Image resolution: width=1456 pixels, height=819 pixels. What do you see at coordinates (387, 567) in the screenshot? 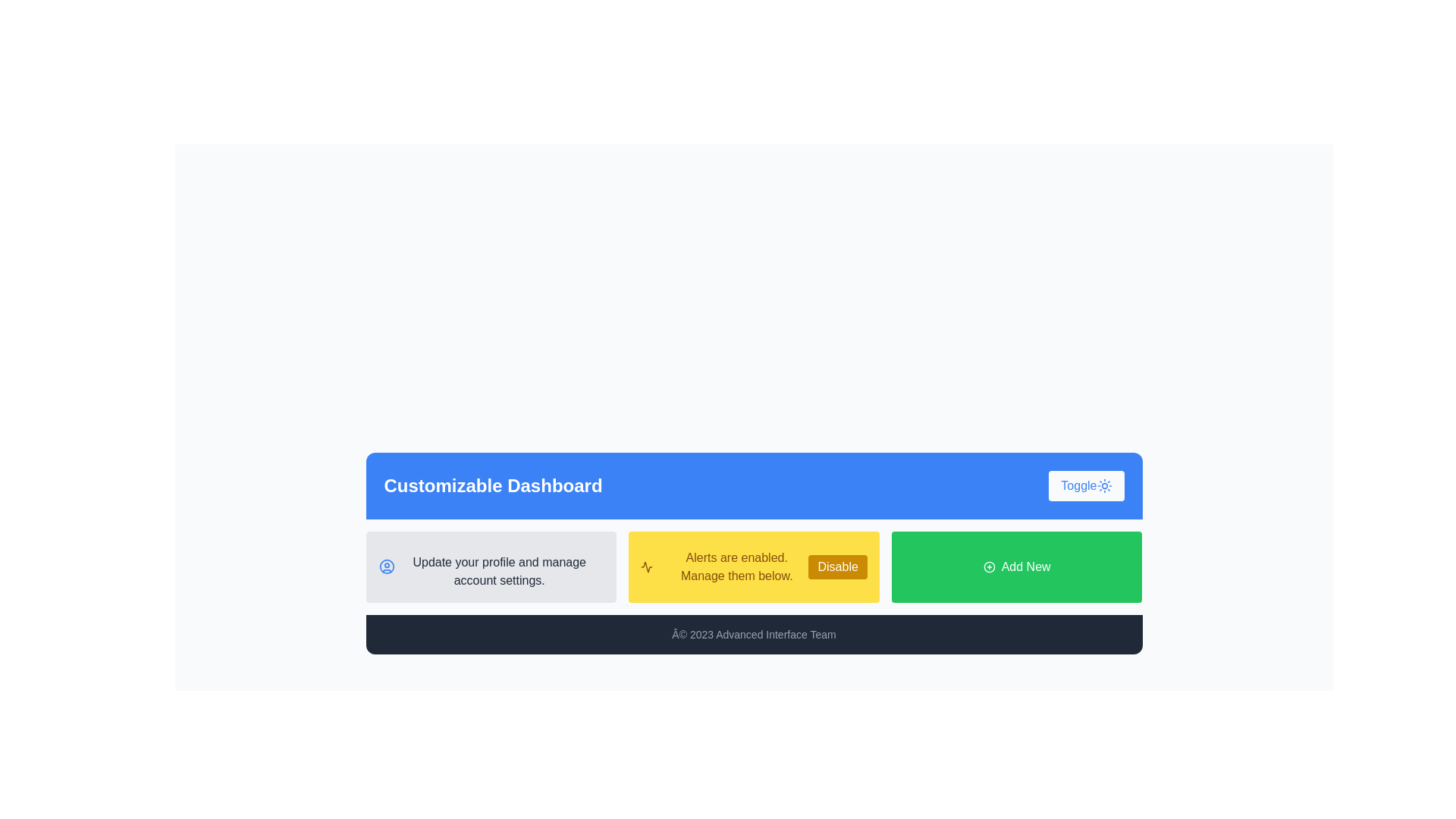
I see `the user-related actions icon located on the left side of the gray rectangular box that contains the text 'Update your profile and manage account settings.'` at bounding box center [387, 567].